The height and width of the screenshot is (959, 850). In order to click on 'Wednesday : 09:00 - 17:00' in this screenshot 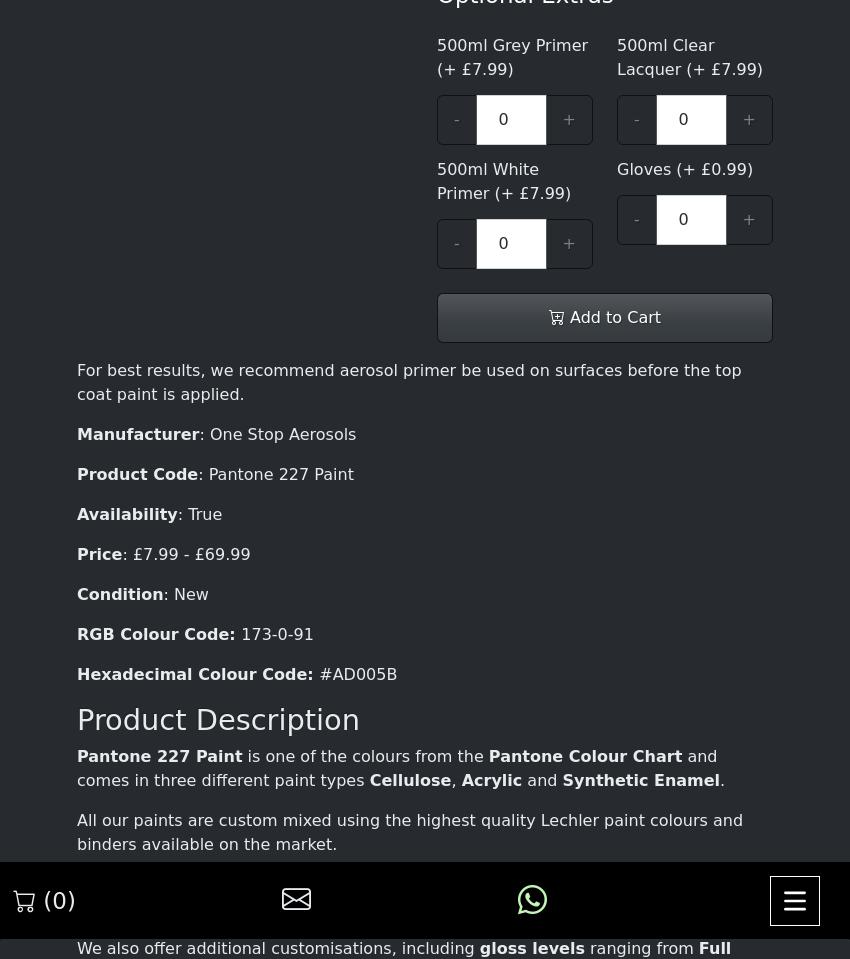, I will do `click(244, 603)`.